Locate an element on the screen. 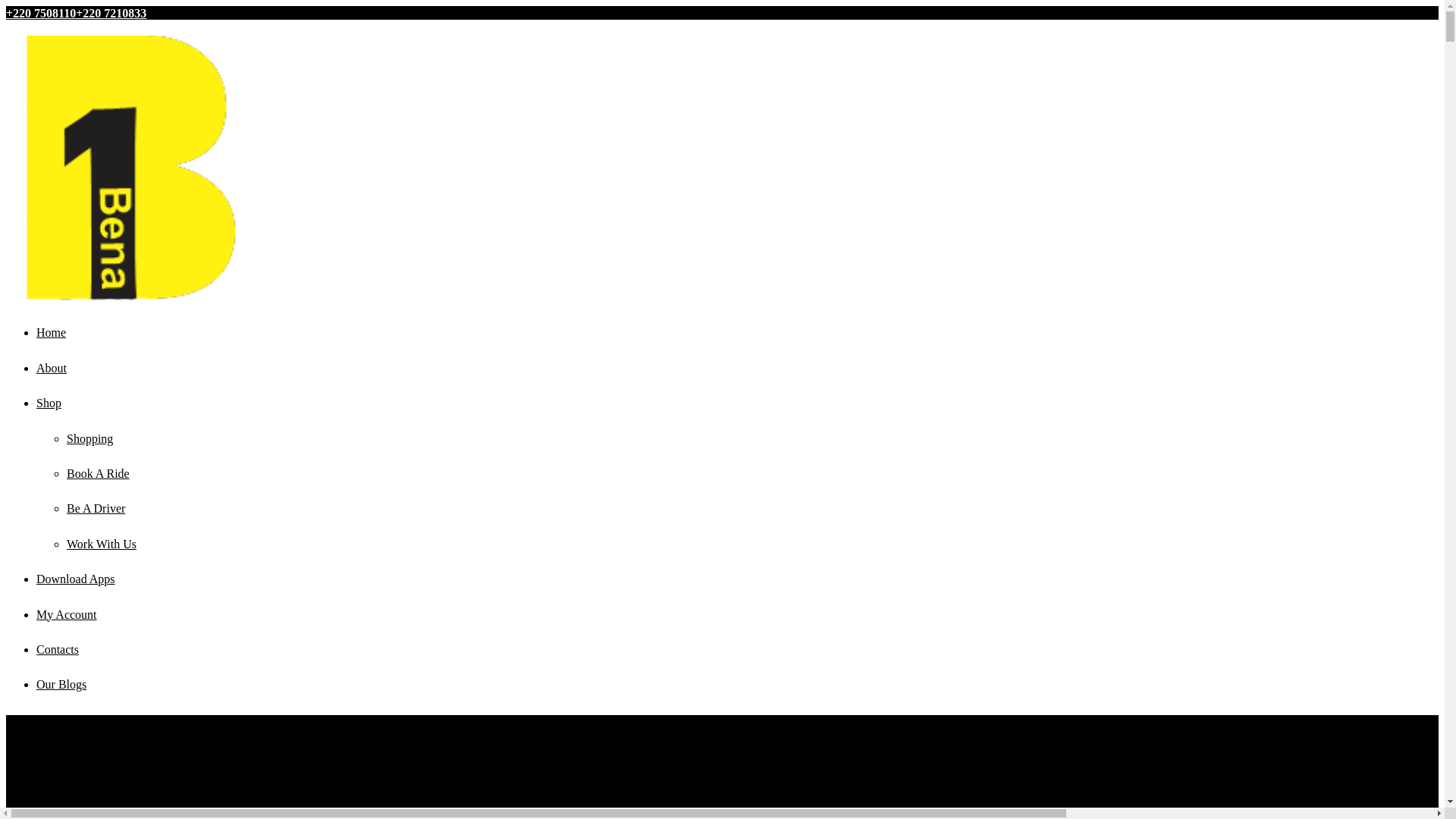 This screenshot has height=819, width=1456. 'My Account' is located at coordinates (36, 614).